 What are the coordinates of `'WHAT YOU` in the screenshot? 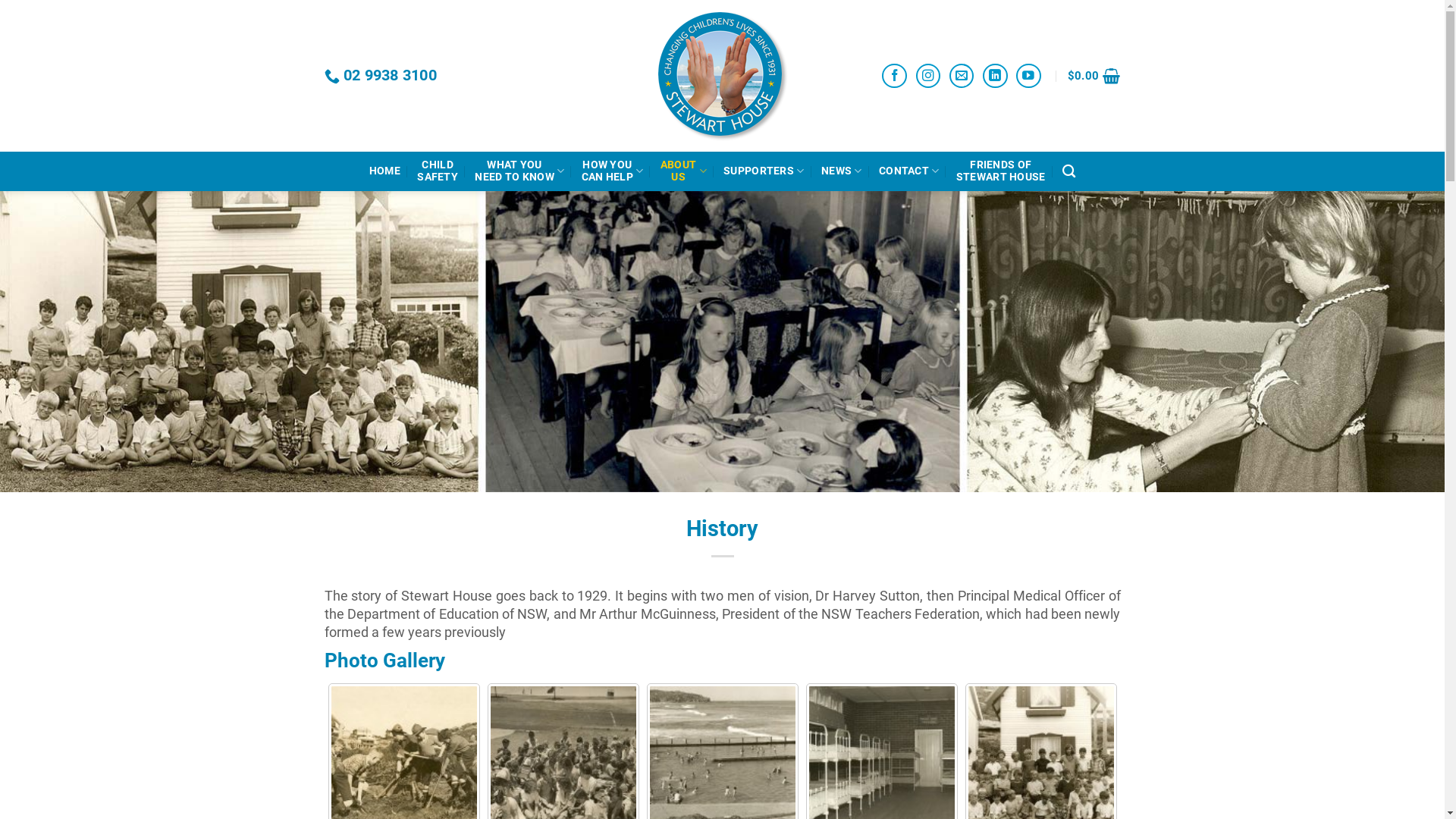 It's located at (473, 171).